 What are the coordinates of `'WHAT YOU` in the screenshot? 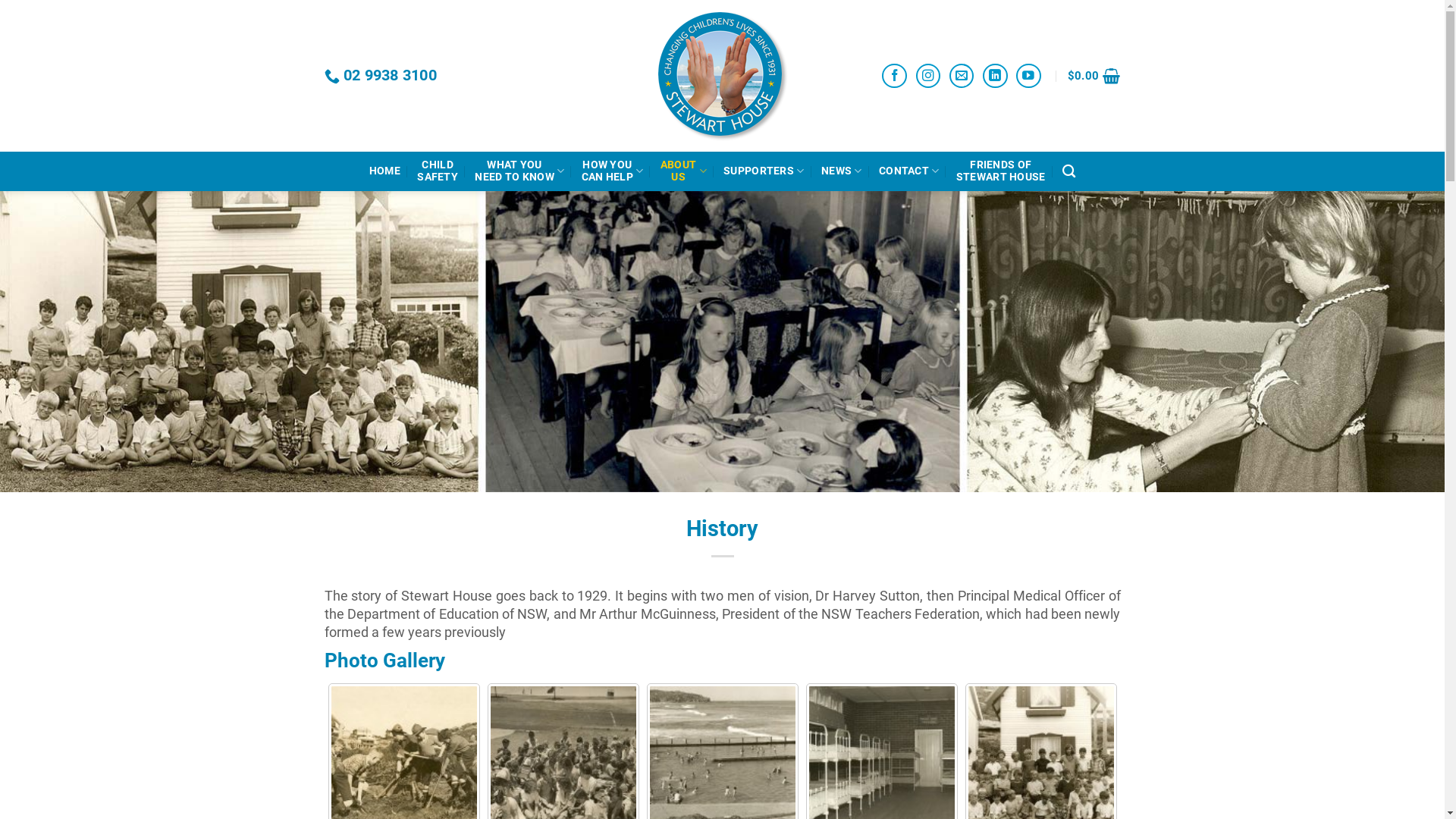 It's located at (473, 171).